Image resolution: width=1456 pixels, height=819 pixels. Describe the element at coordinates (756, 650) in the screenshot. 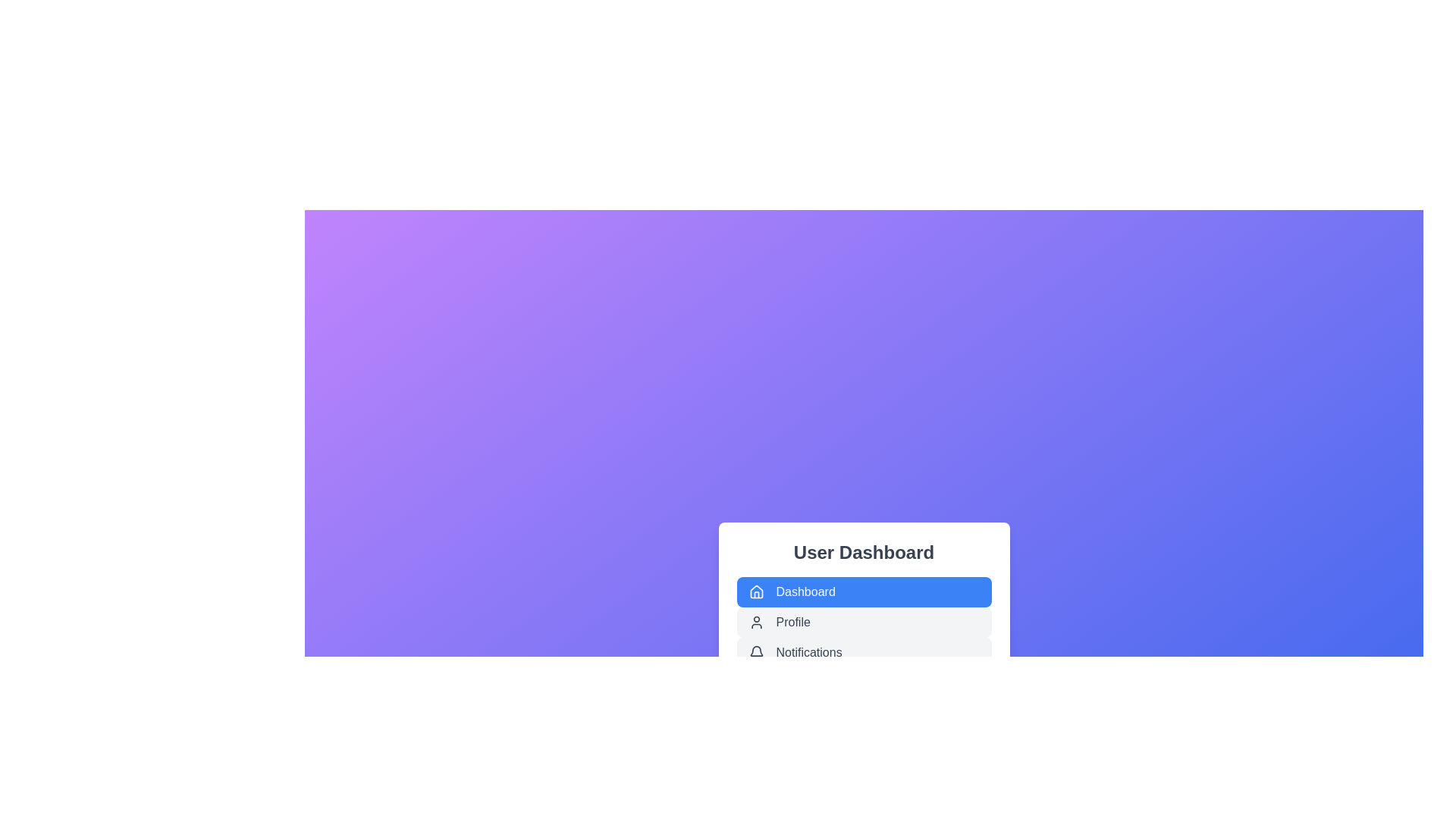

I see `the bell icon notification element, which is a simple outline design located at the top center of the user dashboard interface` at that location.